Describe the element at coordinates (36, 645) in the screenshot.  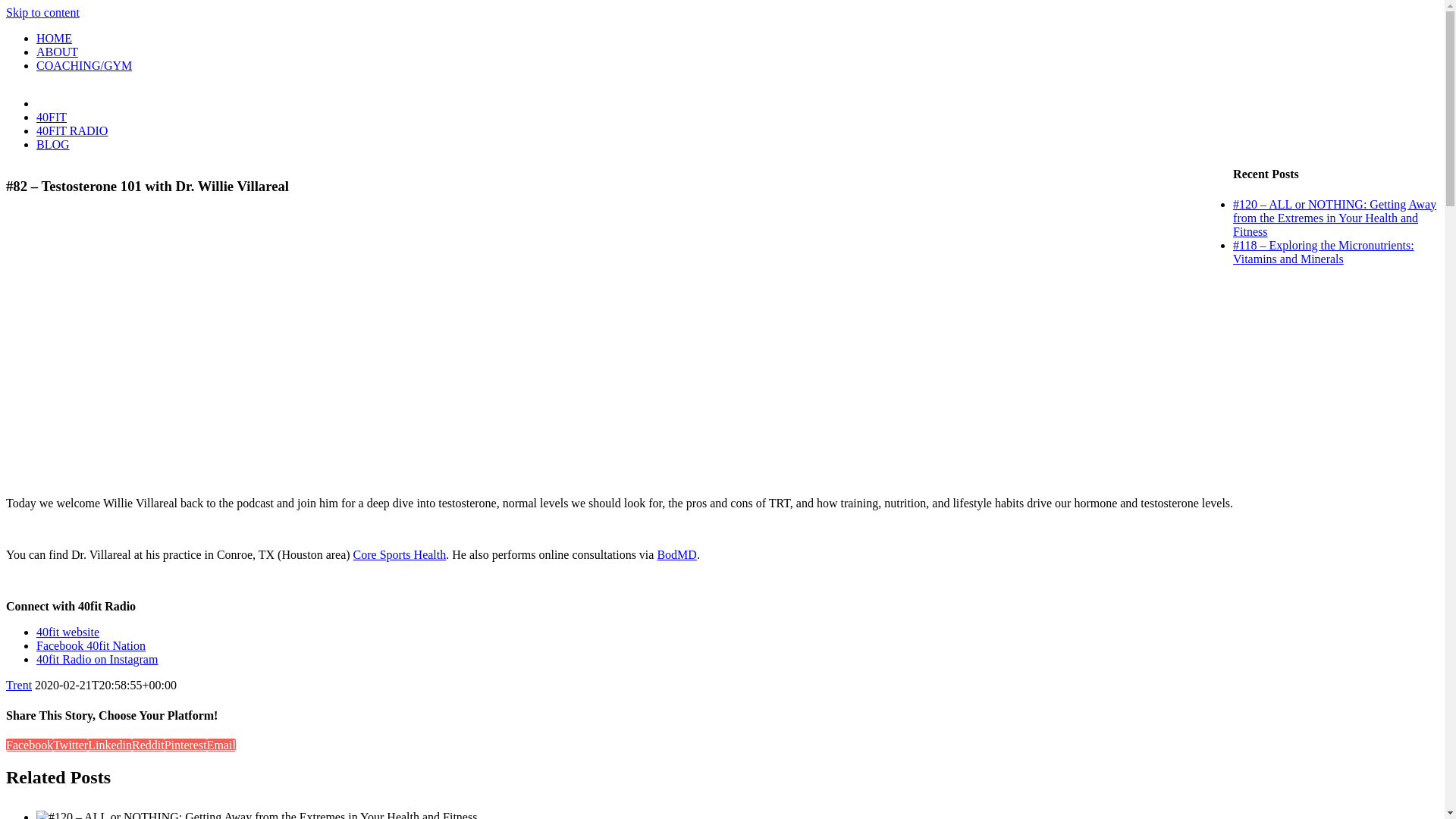
I see `'Facebook 40fit Nation'` at that location.